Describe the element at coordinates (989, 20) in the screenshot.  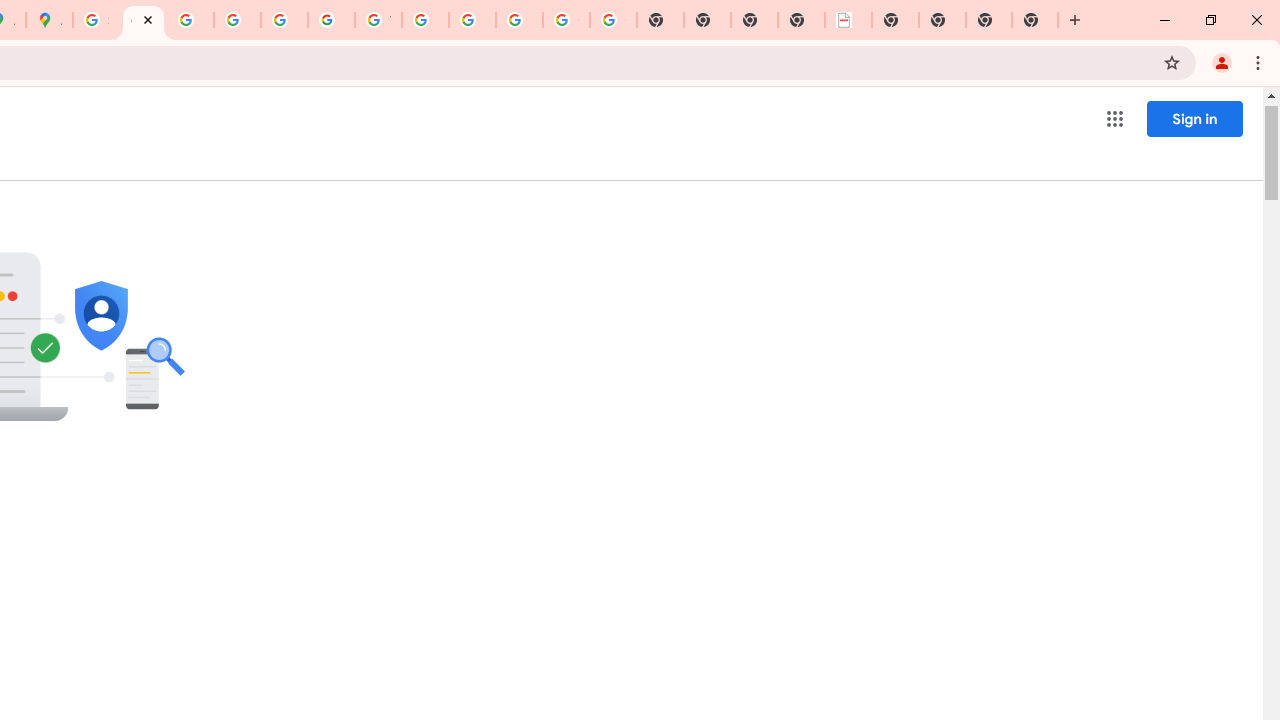
I see `'New Tab'` at that location.